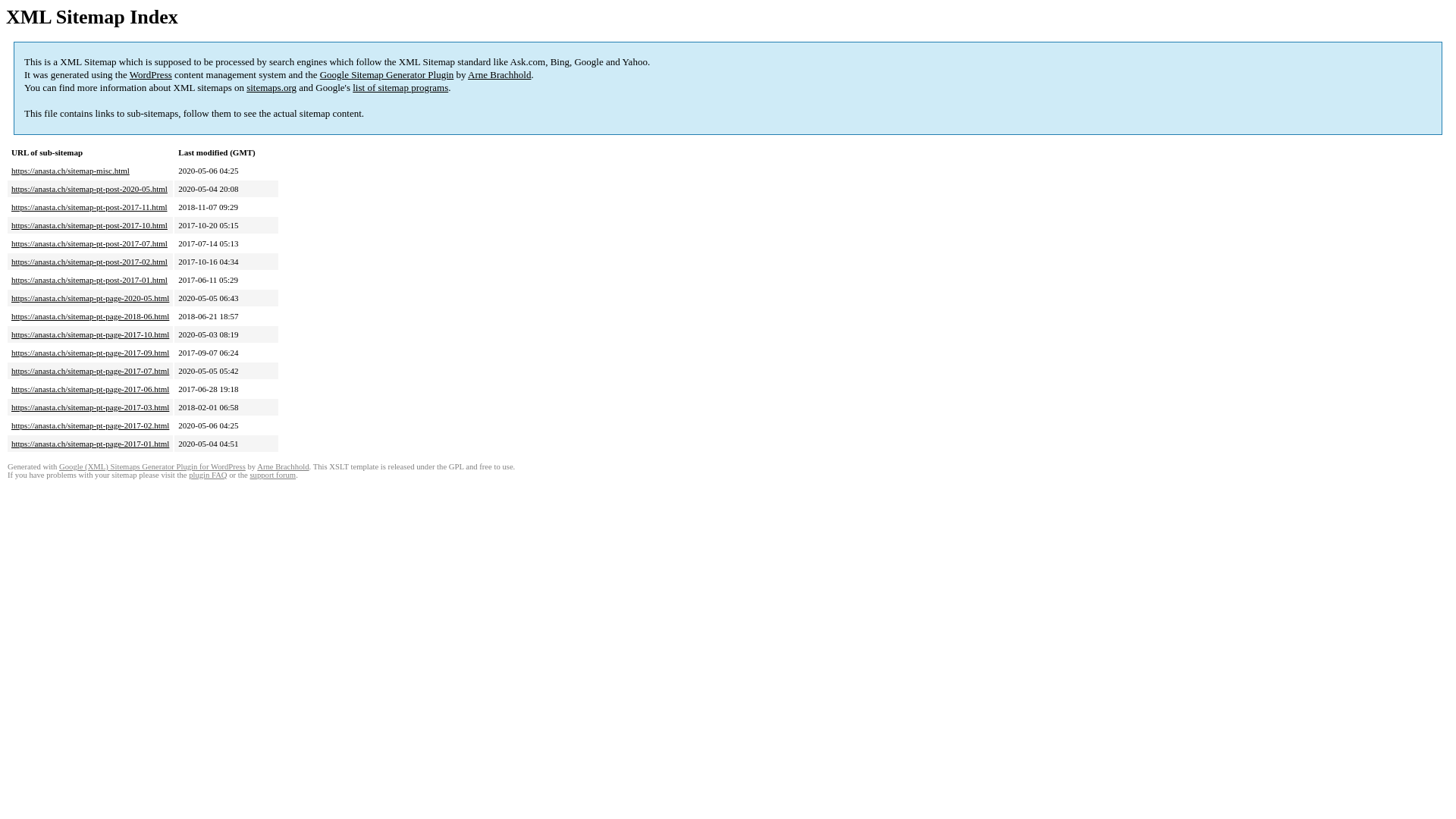 Image resolution: width=1456 pixels, height=819 pixels. What do you see at coordinates (89, 333) in the screenshot?
I see `'https://anasta.ch/sitemap-pt-page-2017-10.html'` at bounding box center [89, 333].